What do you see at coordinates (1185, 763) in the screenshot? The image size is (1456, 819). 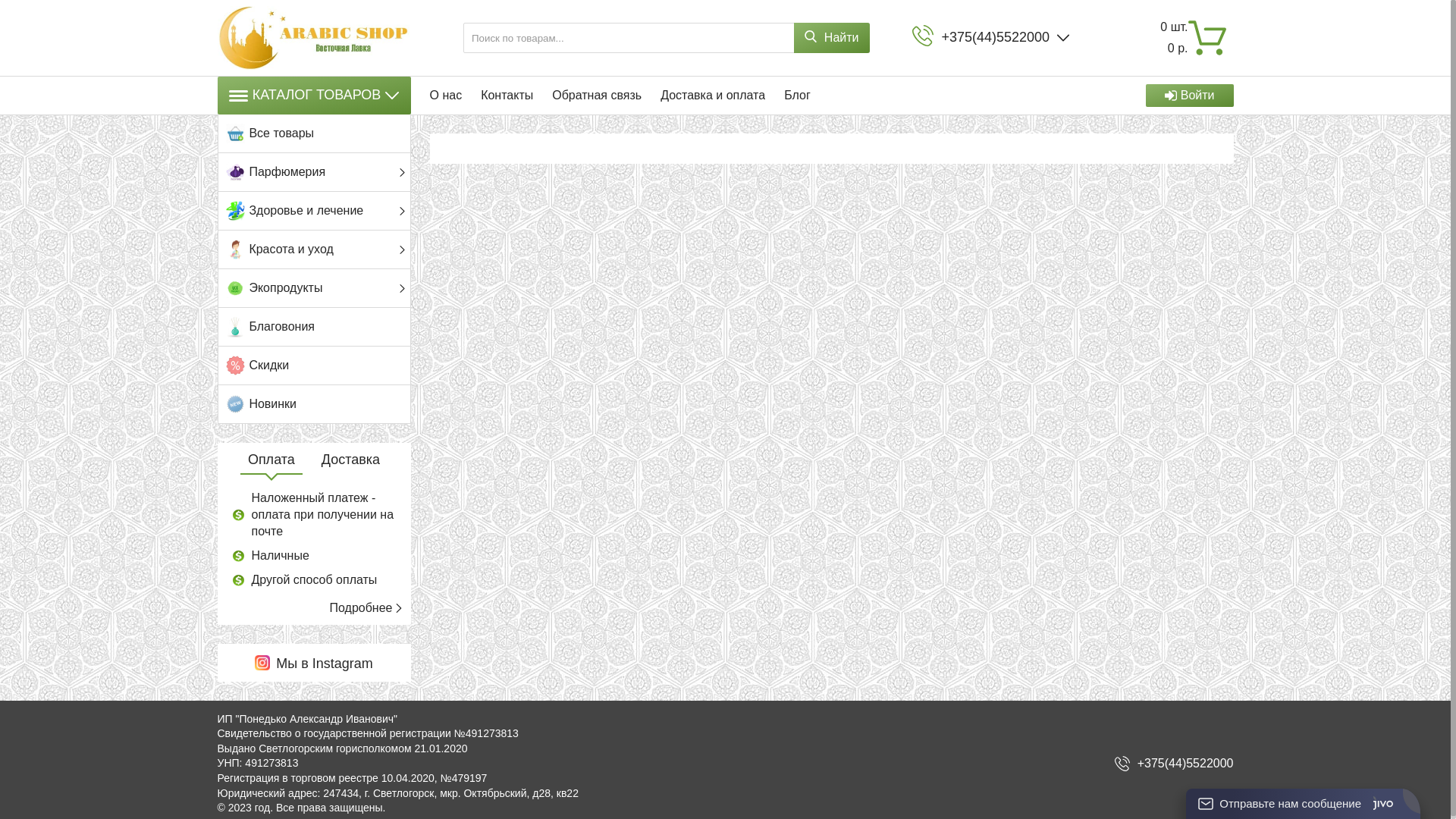 I see `'+375(44)5522000'` at bounding box center [1185, 763].